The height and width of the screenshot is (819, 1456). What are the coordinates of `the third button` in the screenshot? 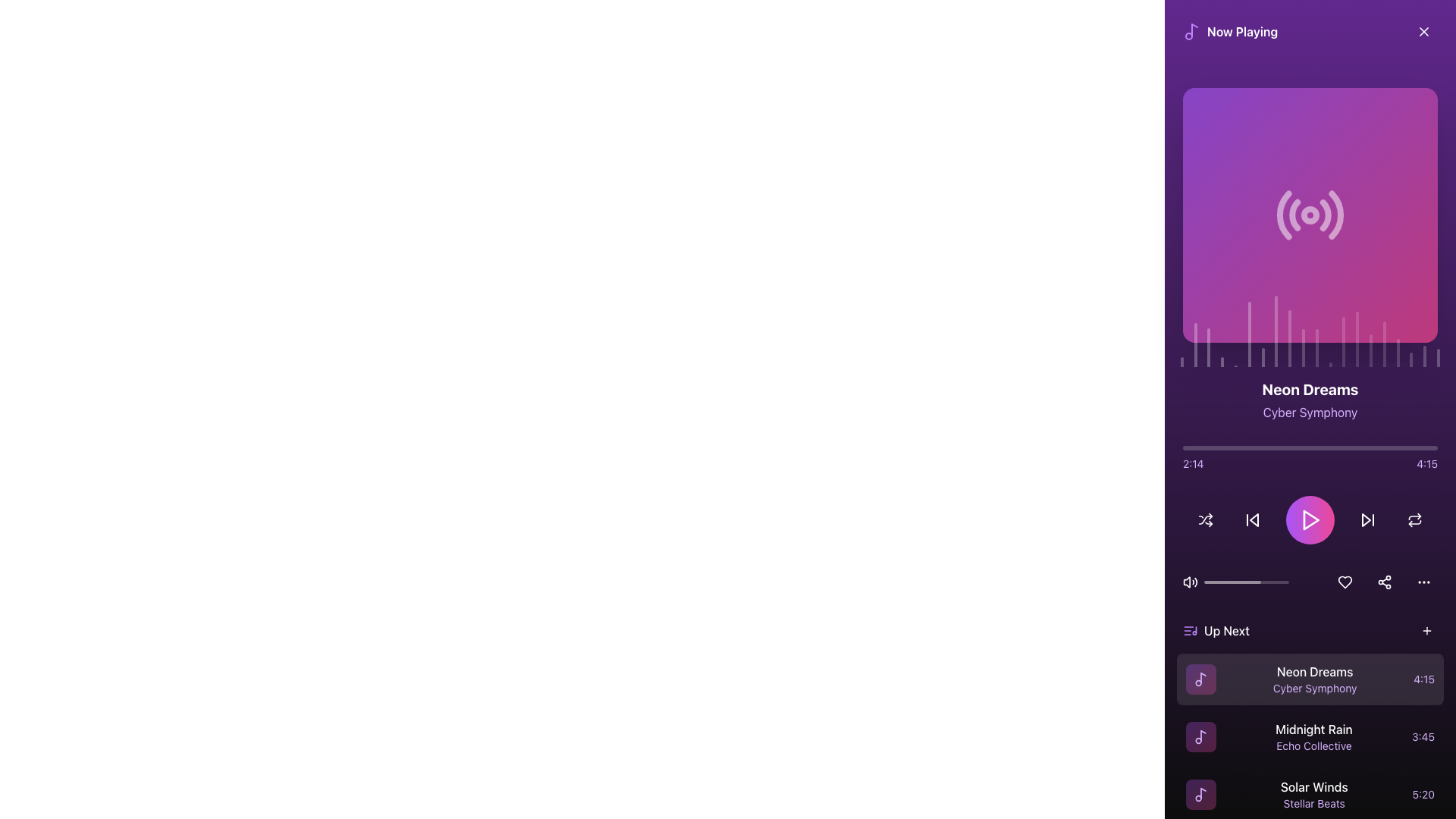 It's located at (1423, 581).